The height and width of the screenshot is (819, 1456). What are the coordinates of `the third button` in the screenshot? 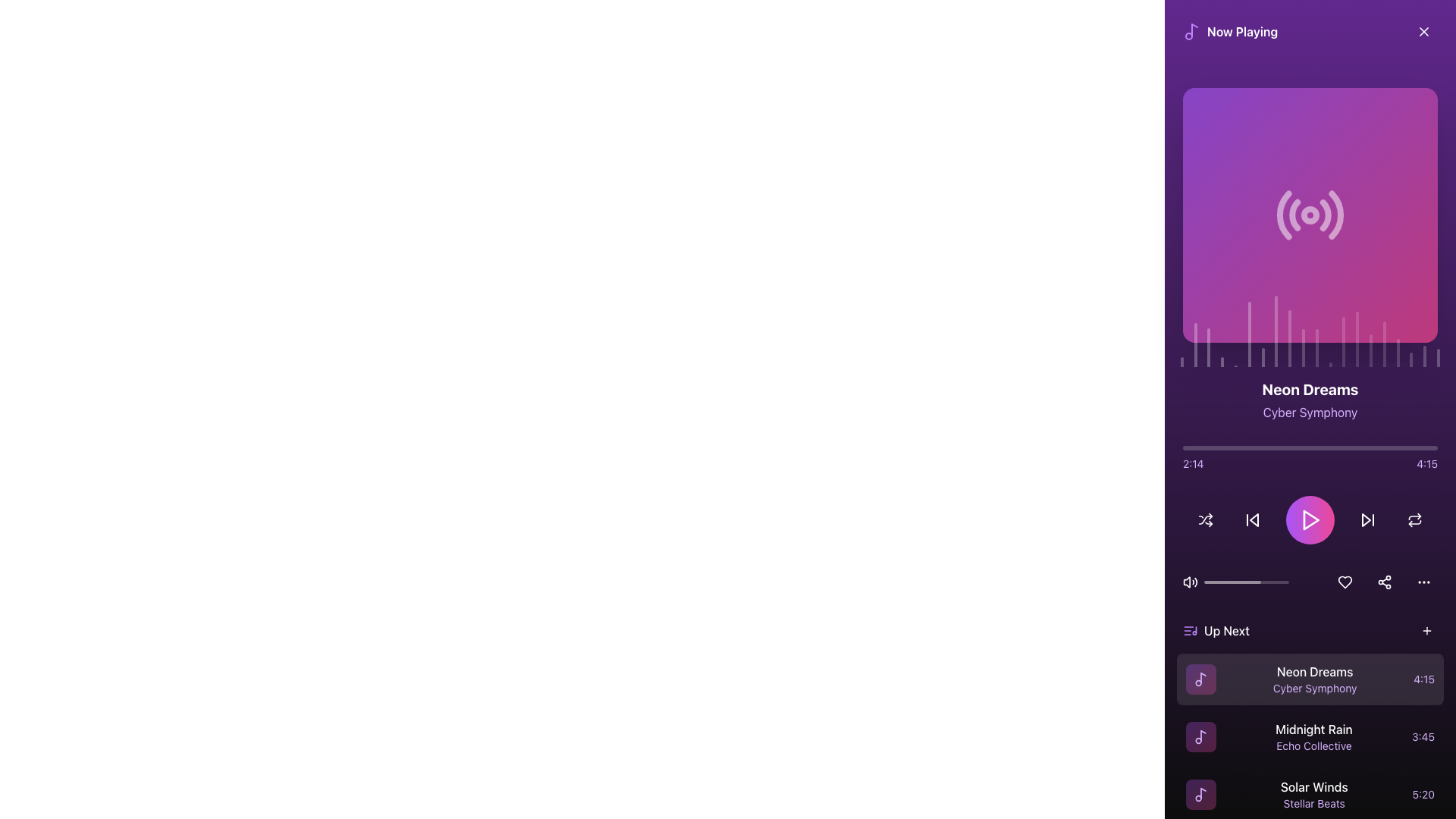 It's located at (1423, 581).